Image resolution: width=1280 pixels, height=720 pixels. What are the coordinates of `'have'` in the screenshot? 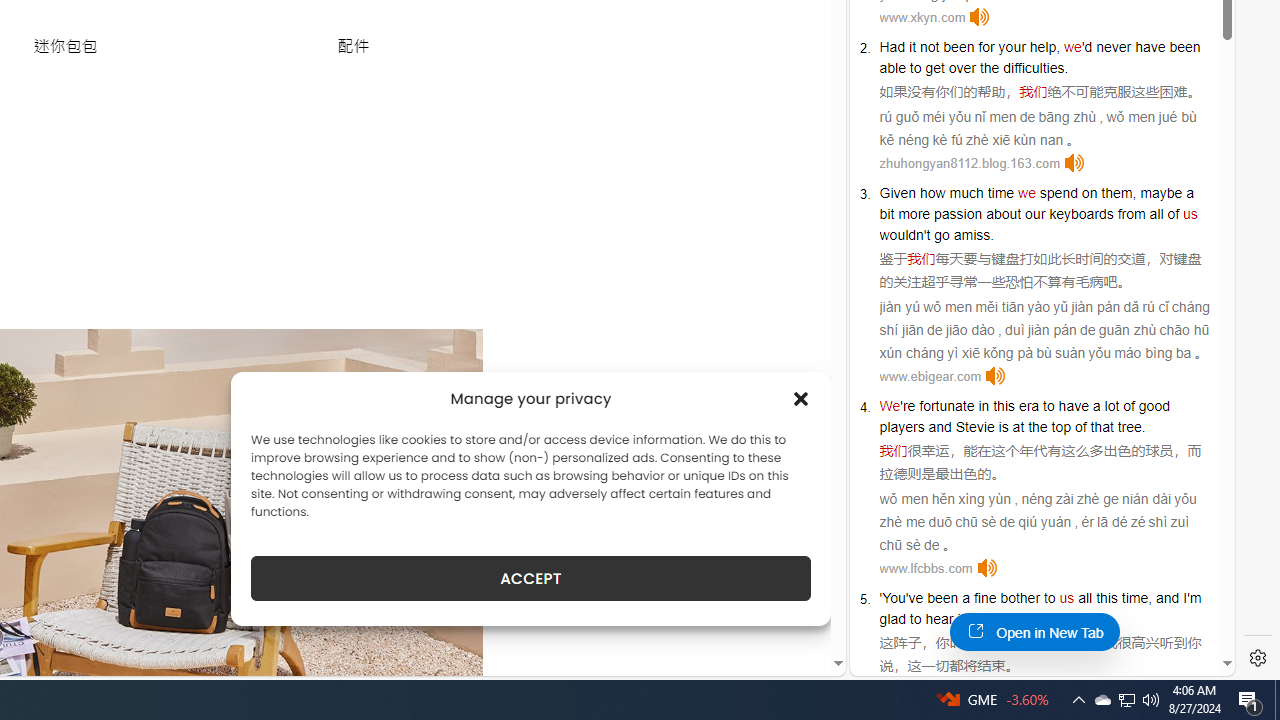 It's located at (1072, 405).